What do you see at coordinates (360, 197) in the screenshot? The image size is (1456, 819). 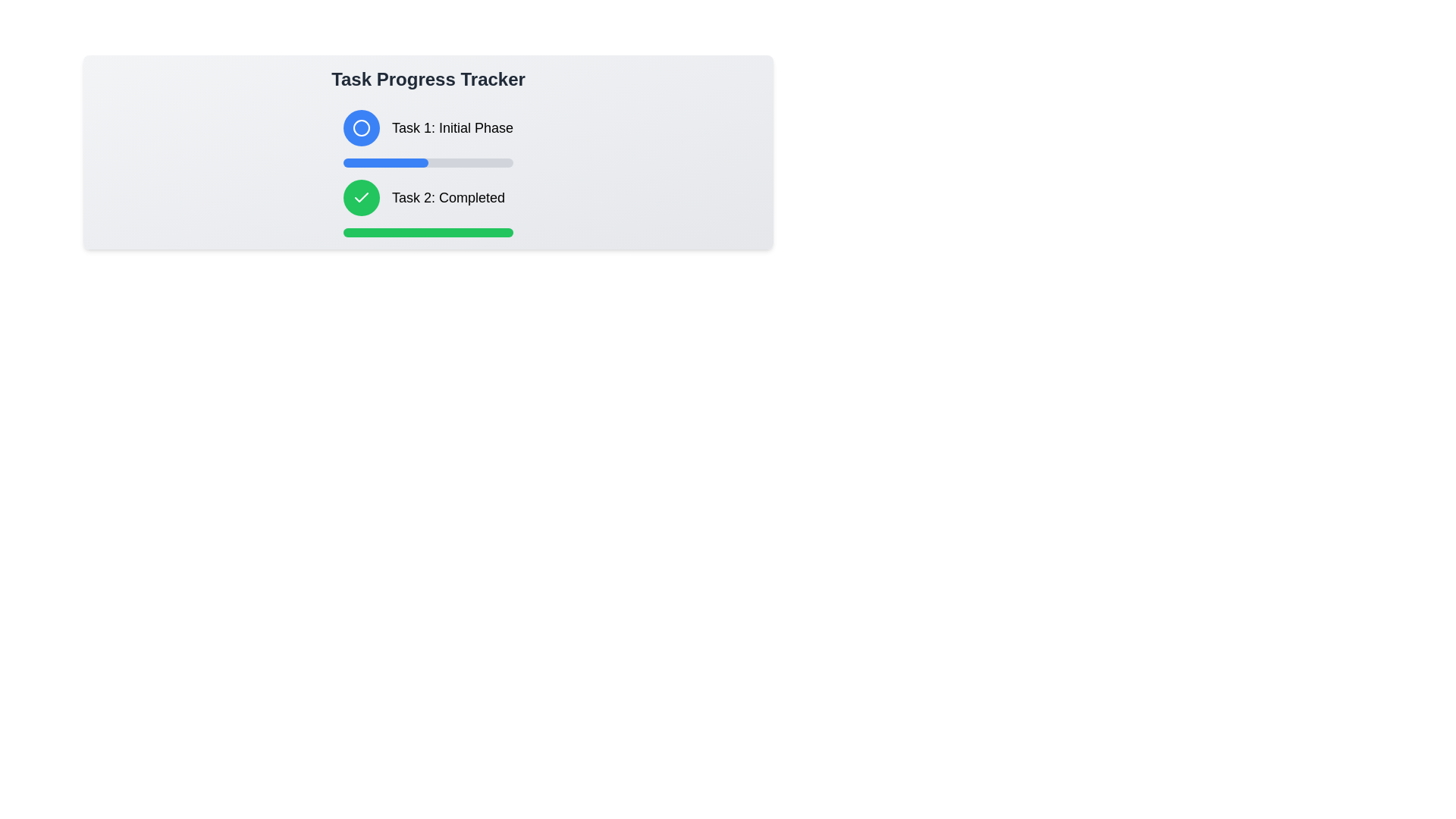 I see `the Icon button or status indicator located` at bounding box center [360, 197].